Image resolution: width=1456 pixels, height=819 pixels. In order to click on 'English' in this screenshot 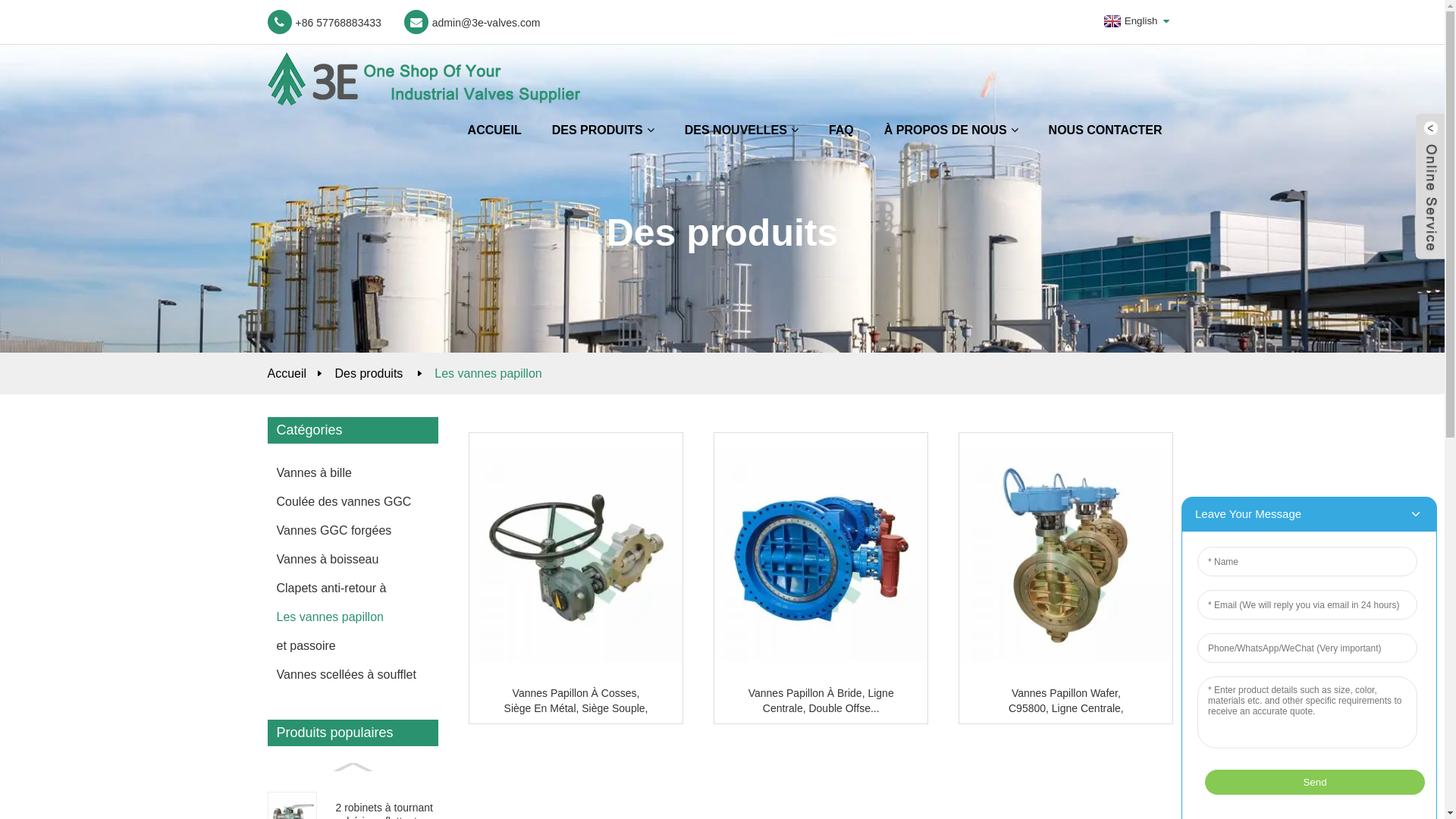, I will do `click(1100, 20)`.